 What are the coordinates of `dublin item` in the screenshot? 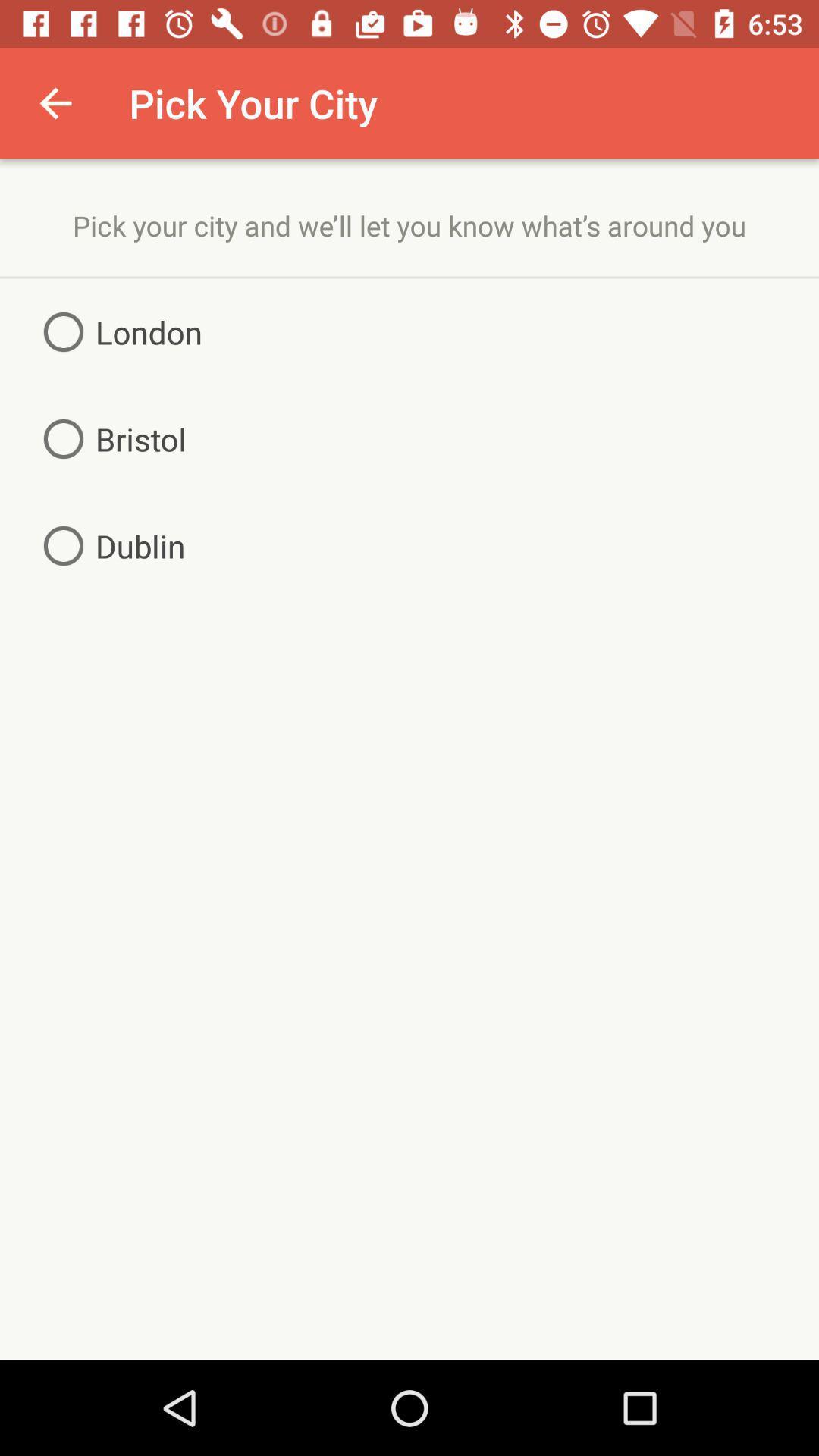 It's located at (108, 546).